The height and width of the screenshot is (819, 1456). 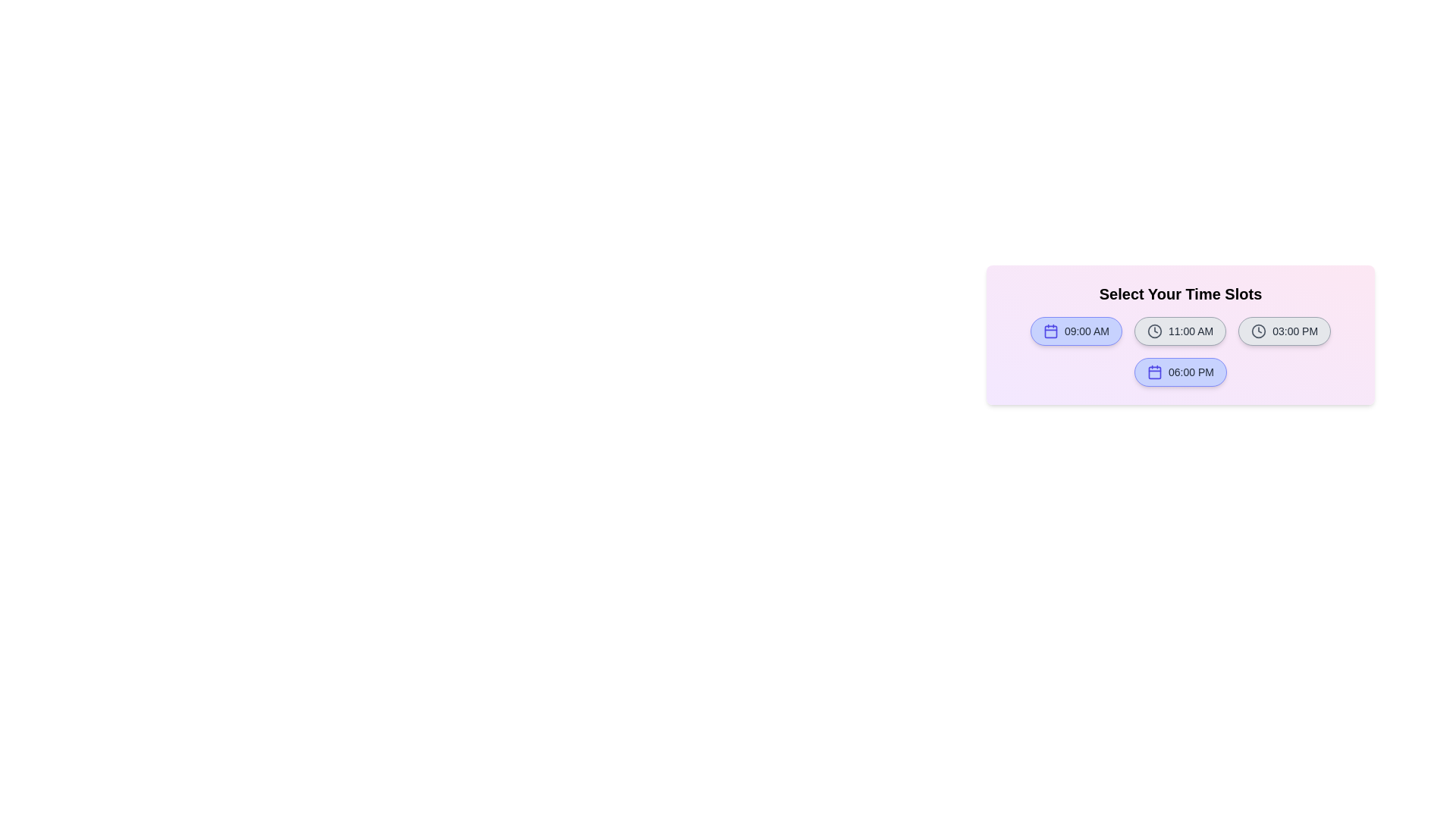 What do you see at coordinates (1284, 330) in the screenshot?
I see `the time slot labeled 03:00 PM` at bounding box center [1284, 330].